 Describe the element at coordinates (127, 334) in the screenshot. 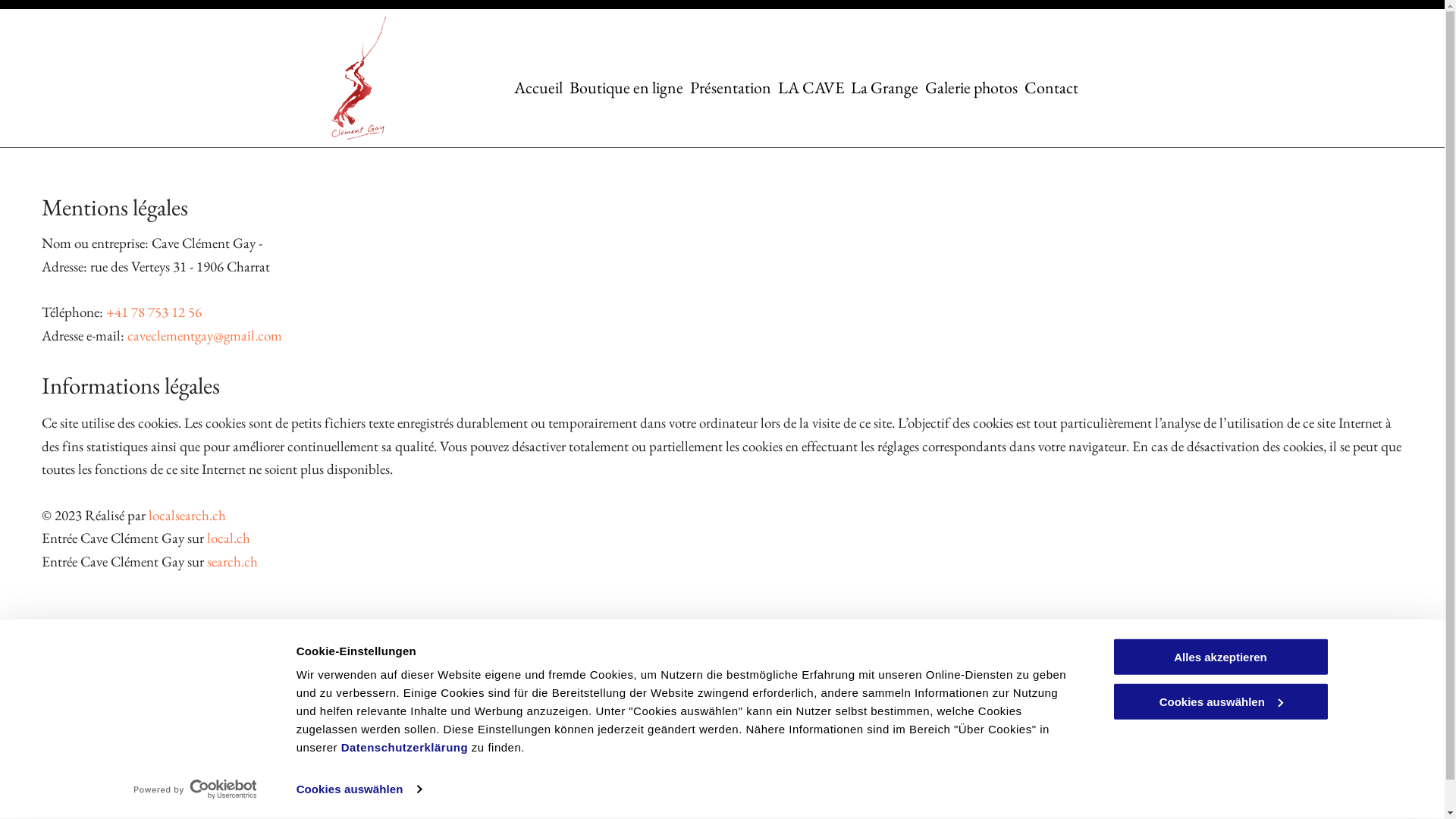

I see `'caveclementgay@gmail.com'` at that location.